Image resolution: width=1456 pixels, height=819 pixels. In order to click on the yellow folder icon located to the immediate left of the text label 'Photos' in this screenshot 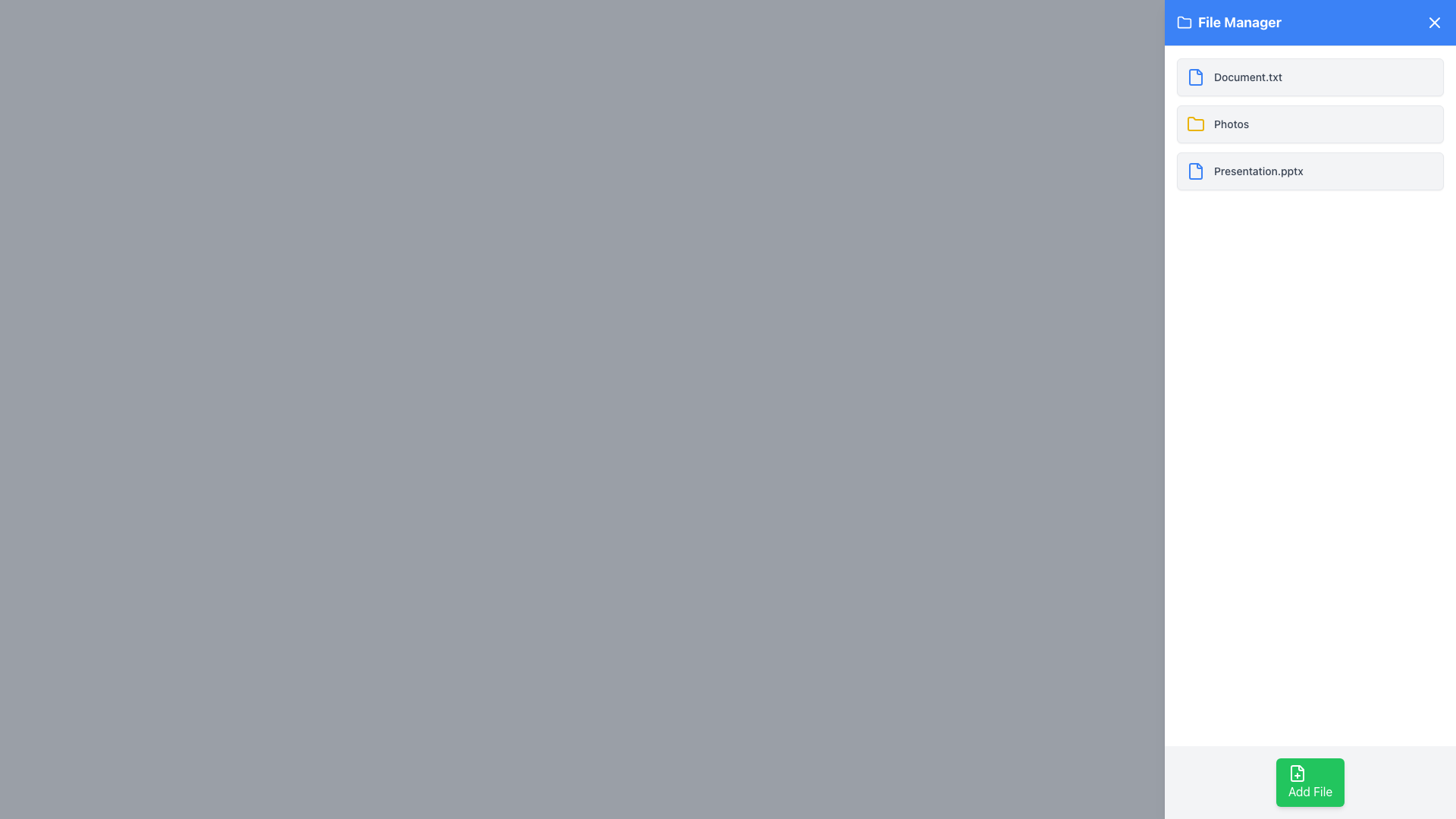, I will do `click(1195, 124)`.